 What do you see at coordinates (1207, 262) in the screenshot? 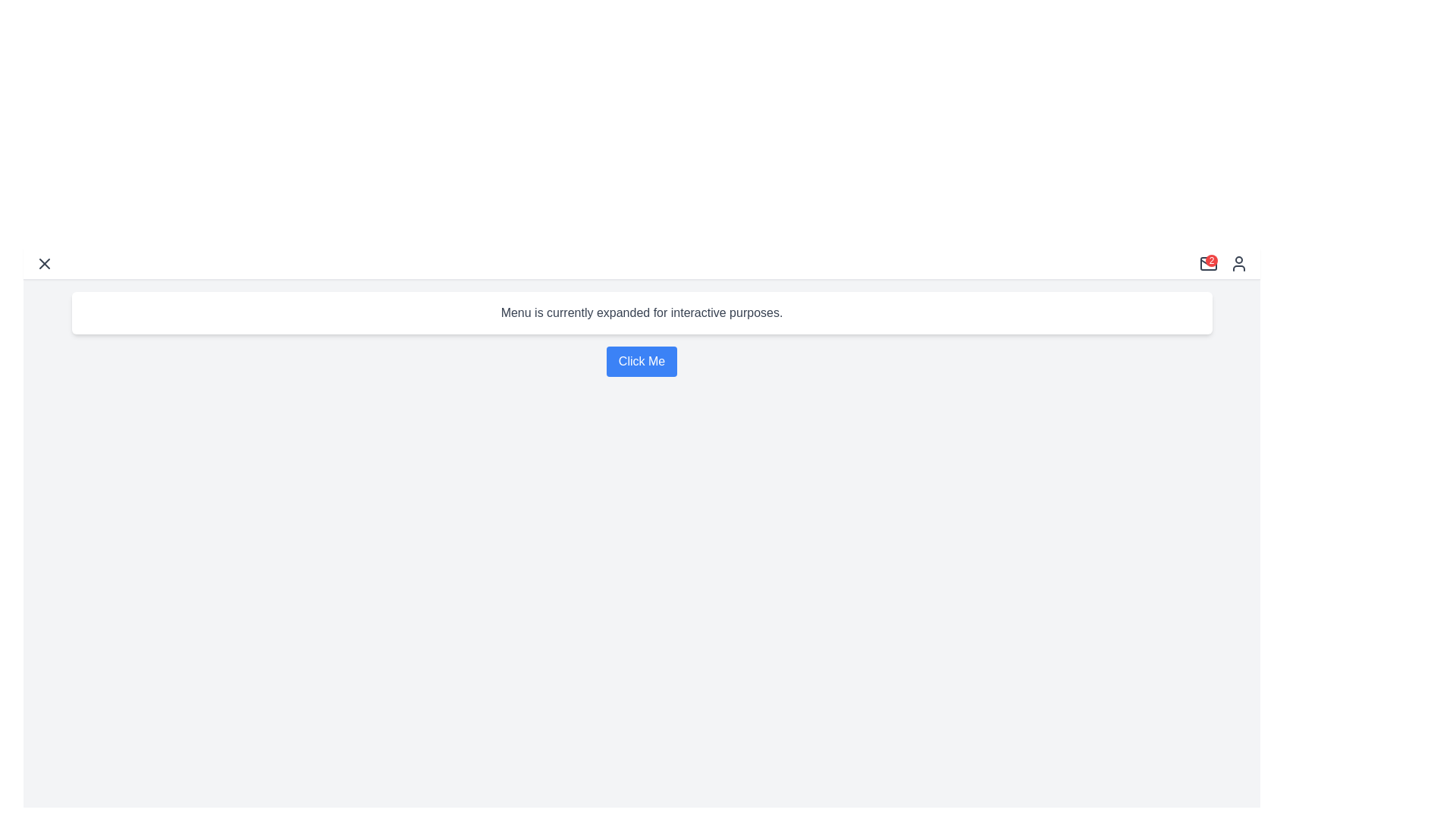
I see `the Notification Badge with a red circular background and the white number '2' centered inside it to interact with the notification` at bounding box center [1207, 262].